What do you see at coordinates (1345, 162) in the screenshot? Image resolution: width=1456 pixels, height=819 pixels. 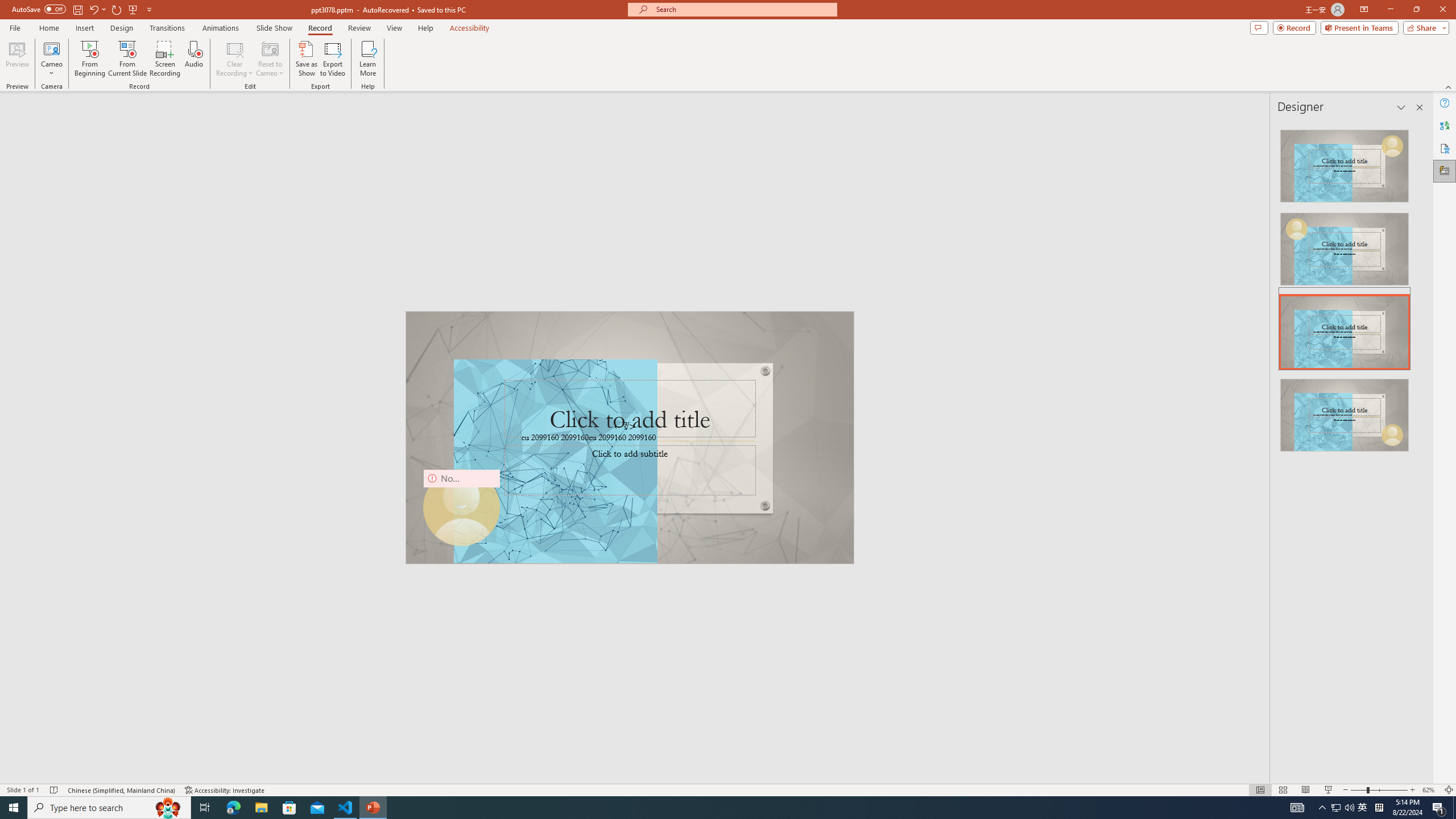 I see `'Recommended Design: Design Idea'` at bounding box center [1345, 162].